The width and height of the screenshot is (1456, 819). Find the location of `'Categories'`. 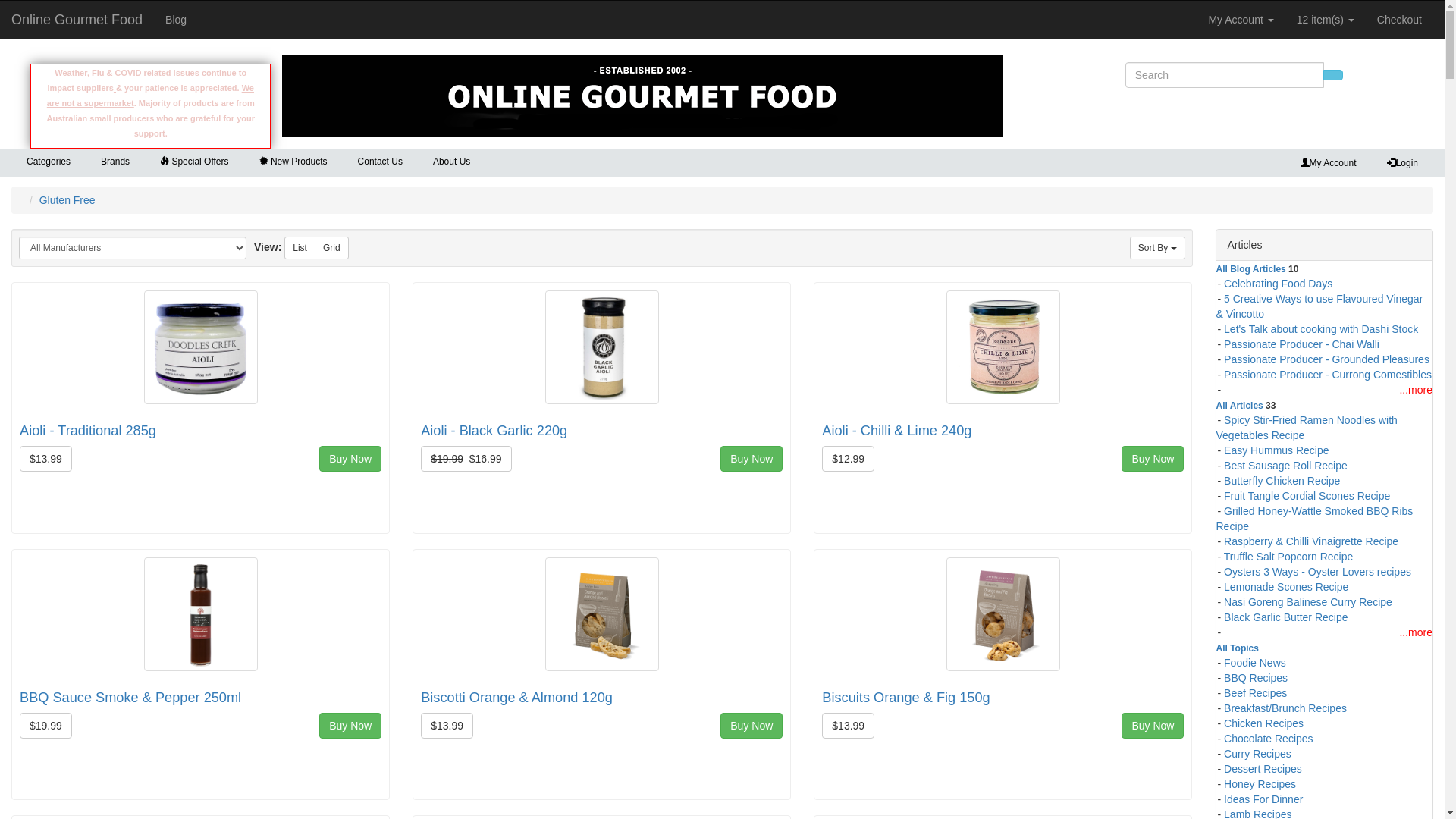

'Categories' is located at coordinates (48, 160).